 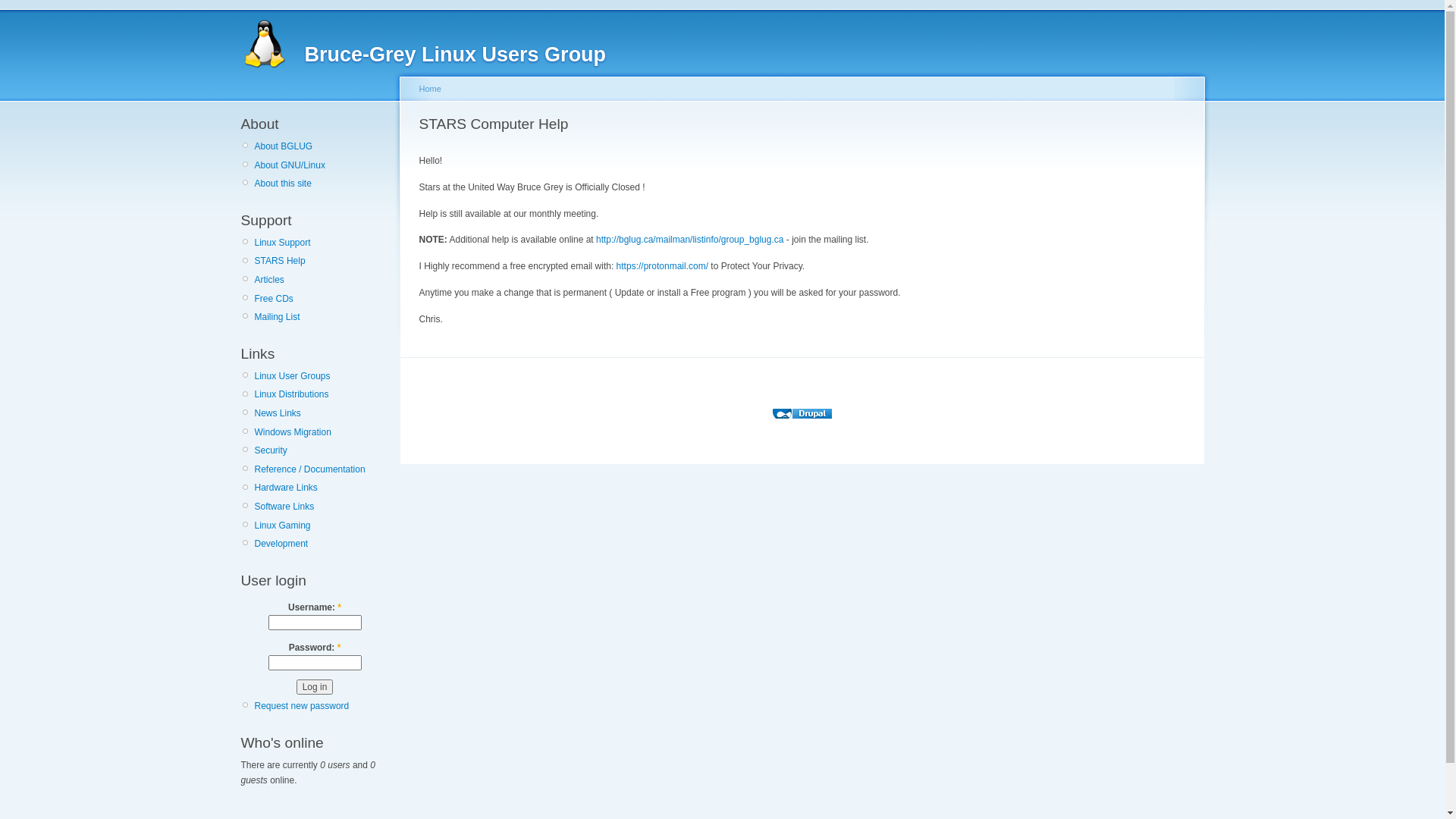 I want to click on 'Linux Distributions', so click(x=255, y=394).